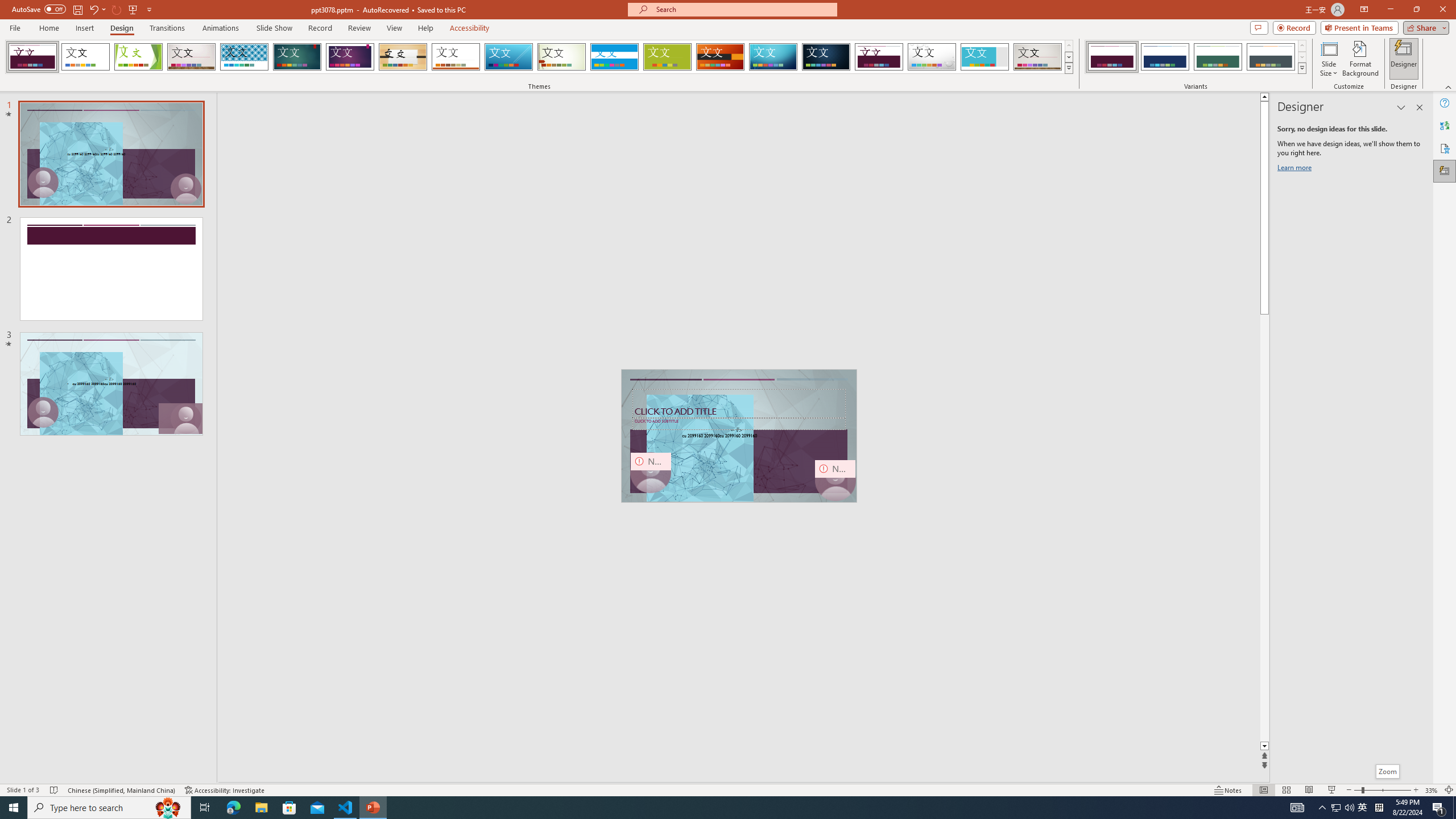 The width and height of the screenshot is (1456, 819). Describe the element at coordinates (403, 56) in the screenshot. I see `'Organic'` at that location.